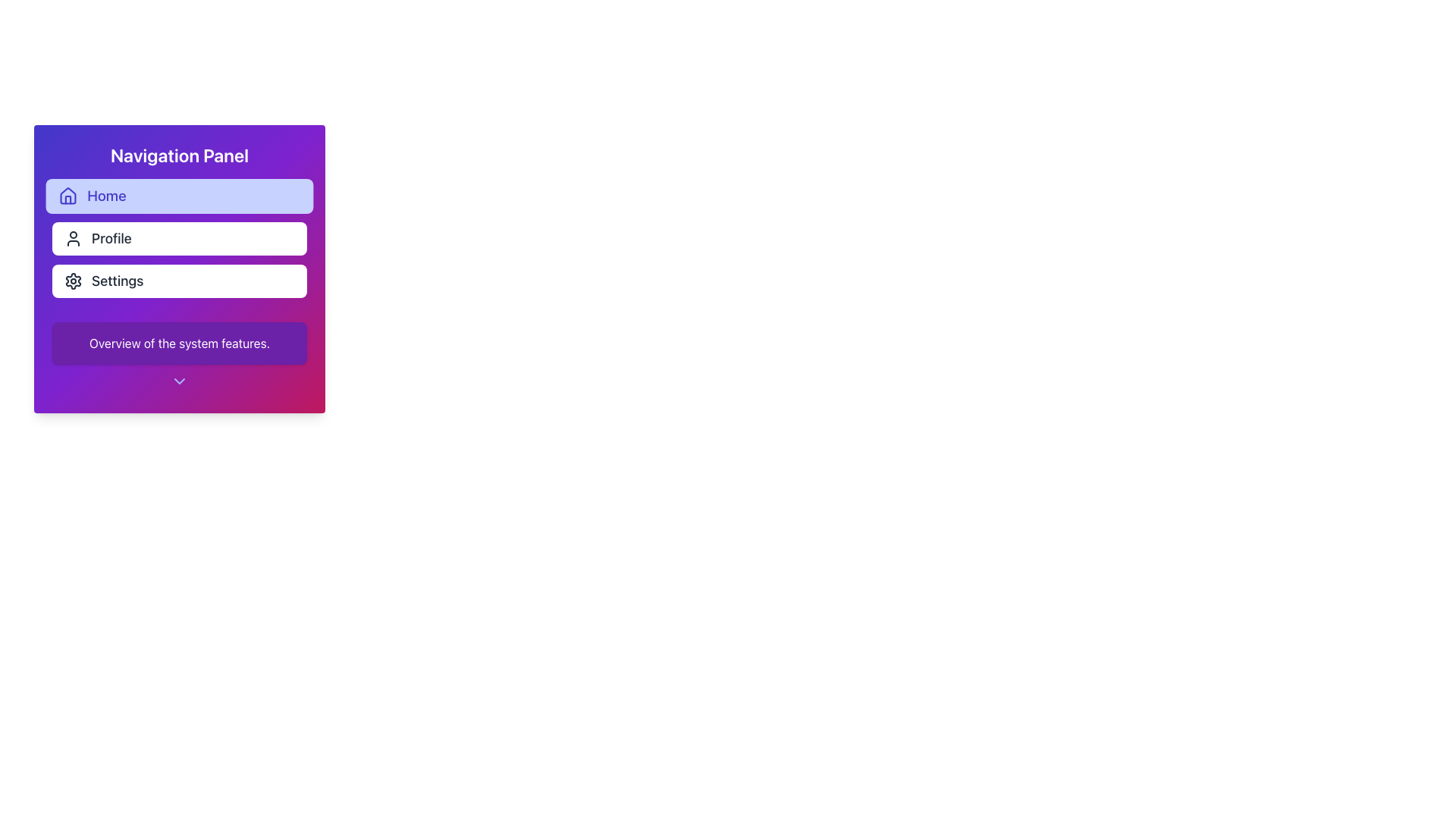 The width and height of the screenshot is (1456, 819). I want to click on the decorative icon representing the 'Profile' navigation option, located to the left of the 'Profile' text, so click(72, 239).